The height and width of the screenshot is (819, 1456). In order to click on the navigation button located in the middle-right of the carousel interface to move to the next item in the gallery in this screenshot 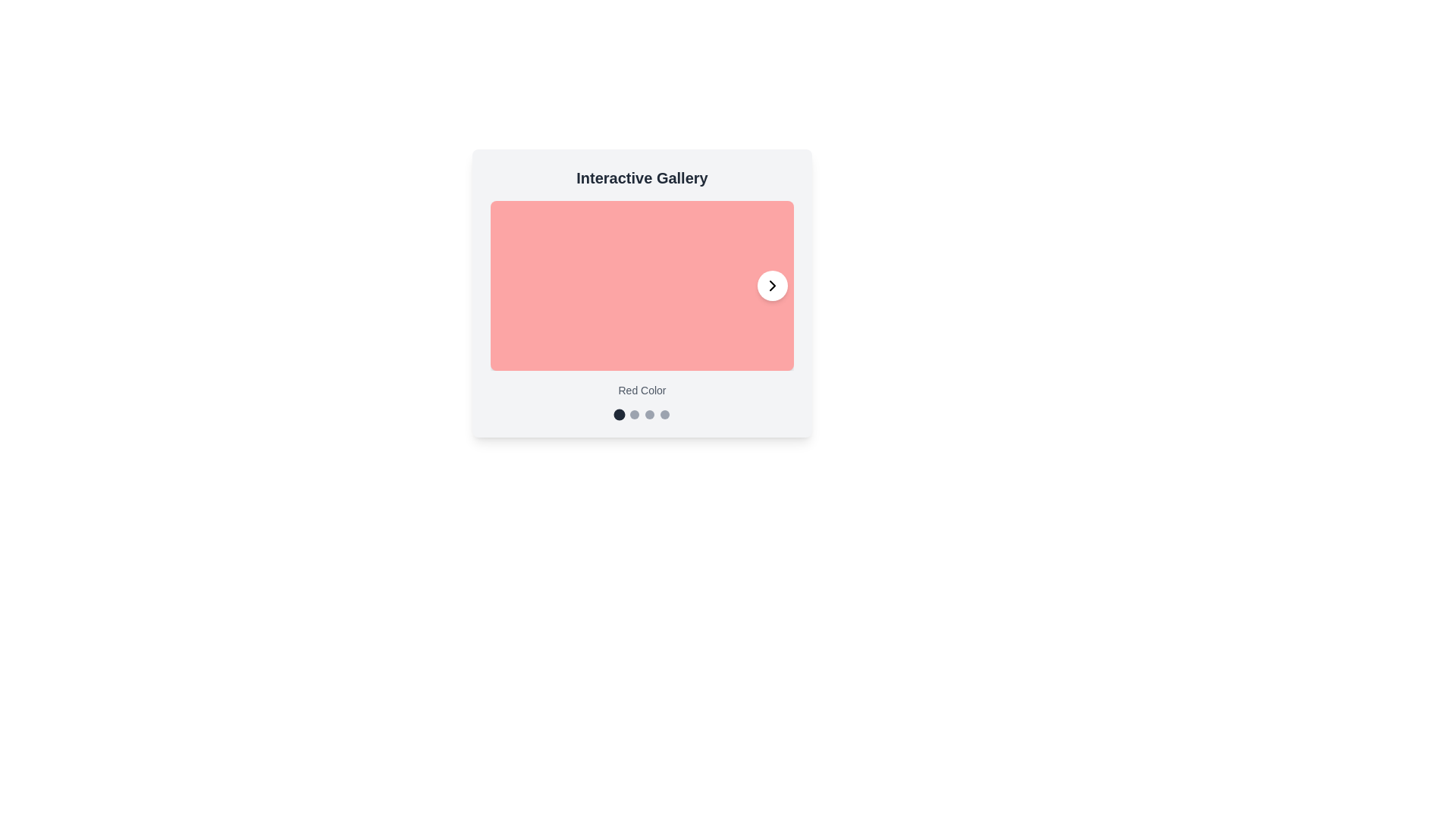, I will do `click(772, 286)`.